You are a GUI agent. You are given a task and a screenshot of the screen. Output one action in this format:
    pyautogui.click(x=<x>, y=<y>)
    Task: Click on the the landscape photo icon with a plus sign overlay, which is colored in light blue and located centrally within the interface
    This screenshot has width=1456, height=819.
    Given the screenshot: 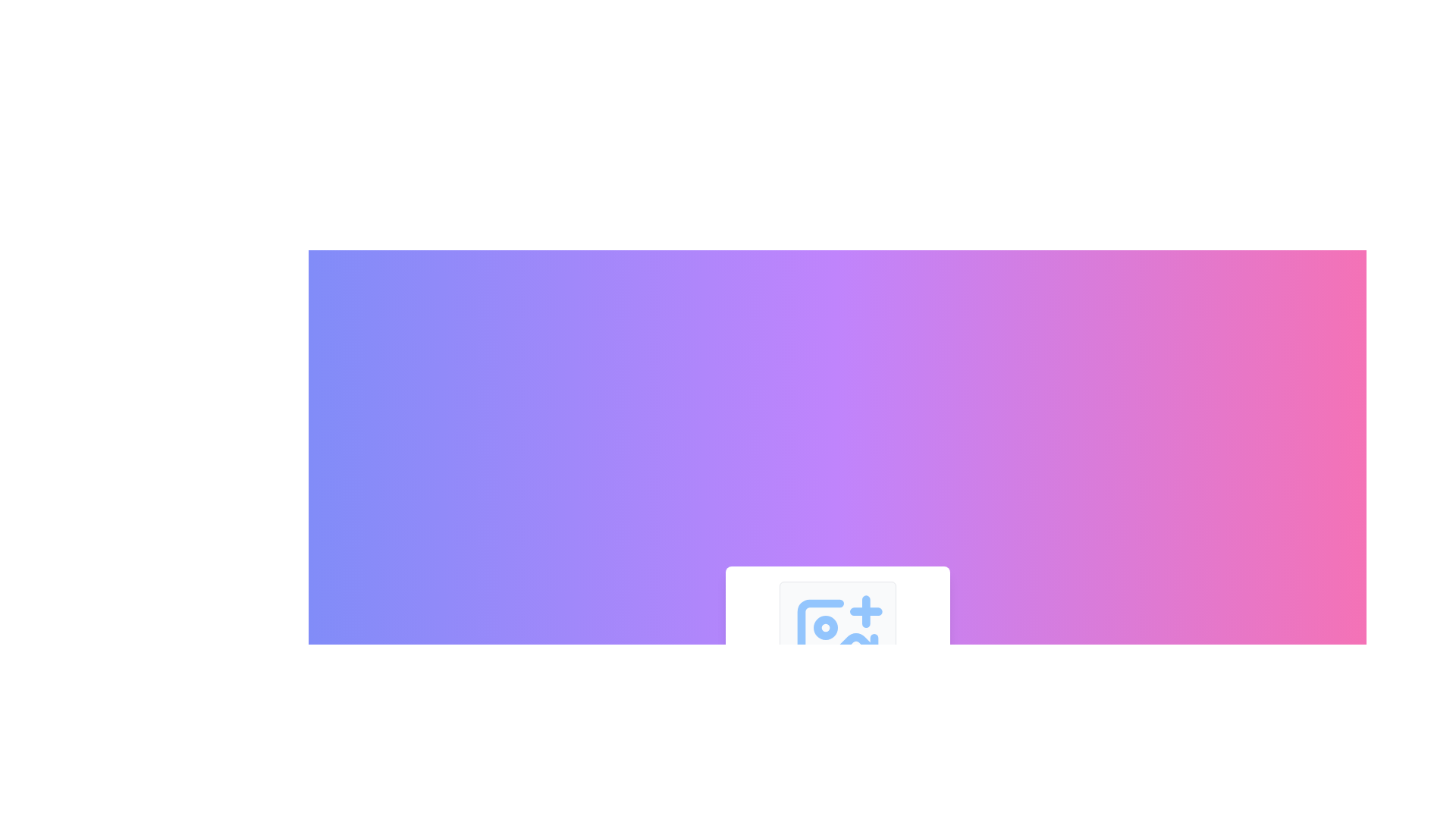 What is the action you would take?
    pyautogui.click(x=836, y=640)
    